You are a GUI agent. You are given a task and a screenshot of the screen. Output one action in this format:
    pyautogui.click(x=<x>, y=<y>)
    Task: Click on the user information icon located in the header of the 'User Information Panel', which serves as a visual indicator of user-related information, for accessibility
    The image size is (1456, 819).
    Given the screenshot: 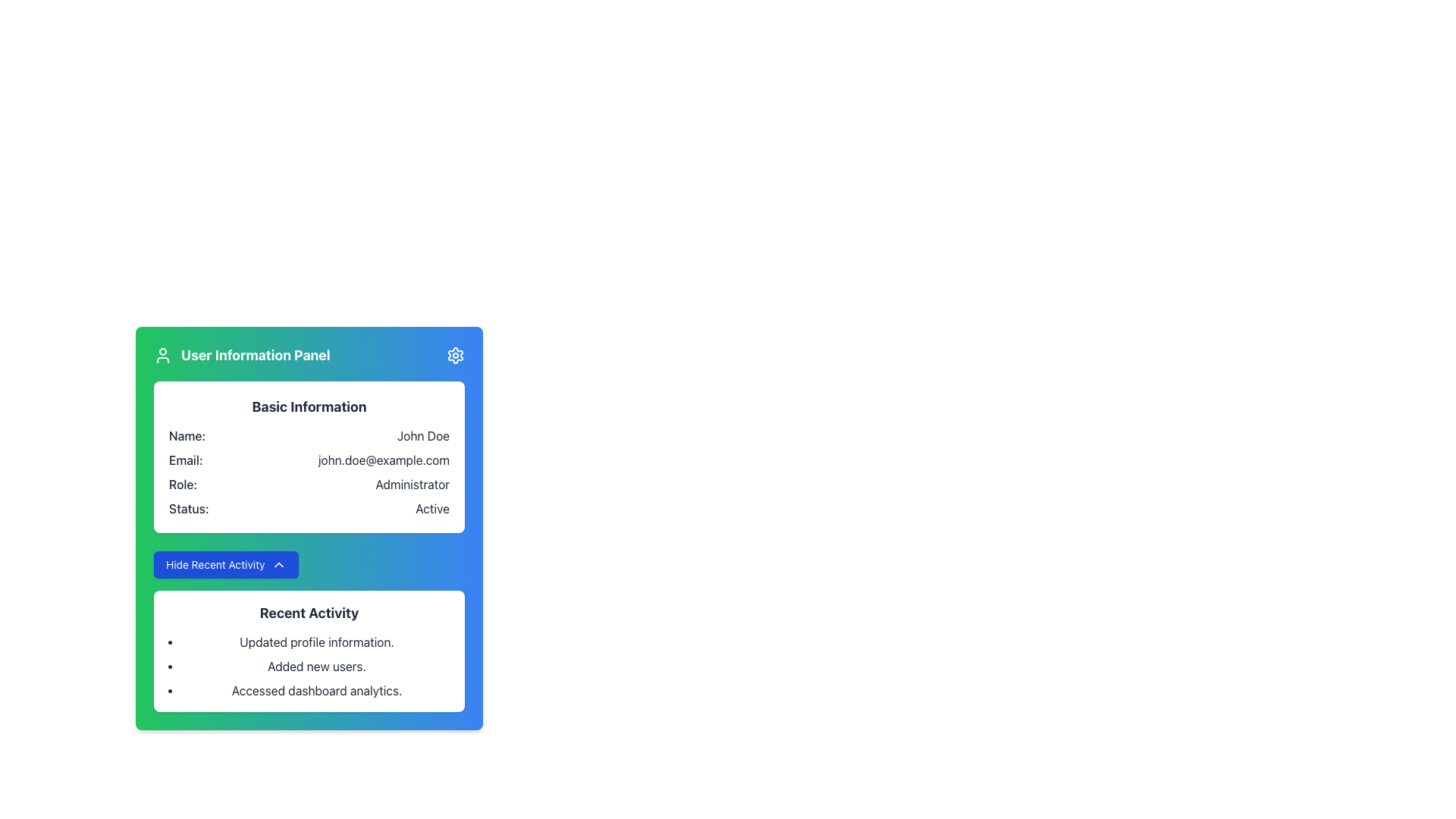 What is the action you would take?
    pyautogui.click(x=163, y=356)
    